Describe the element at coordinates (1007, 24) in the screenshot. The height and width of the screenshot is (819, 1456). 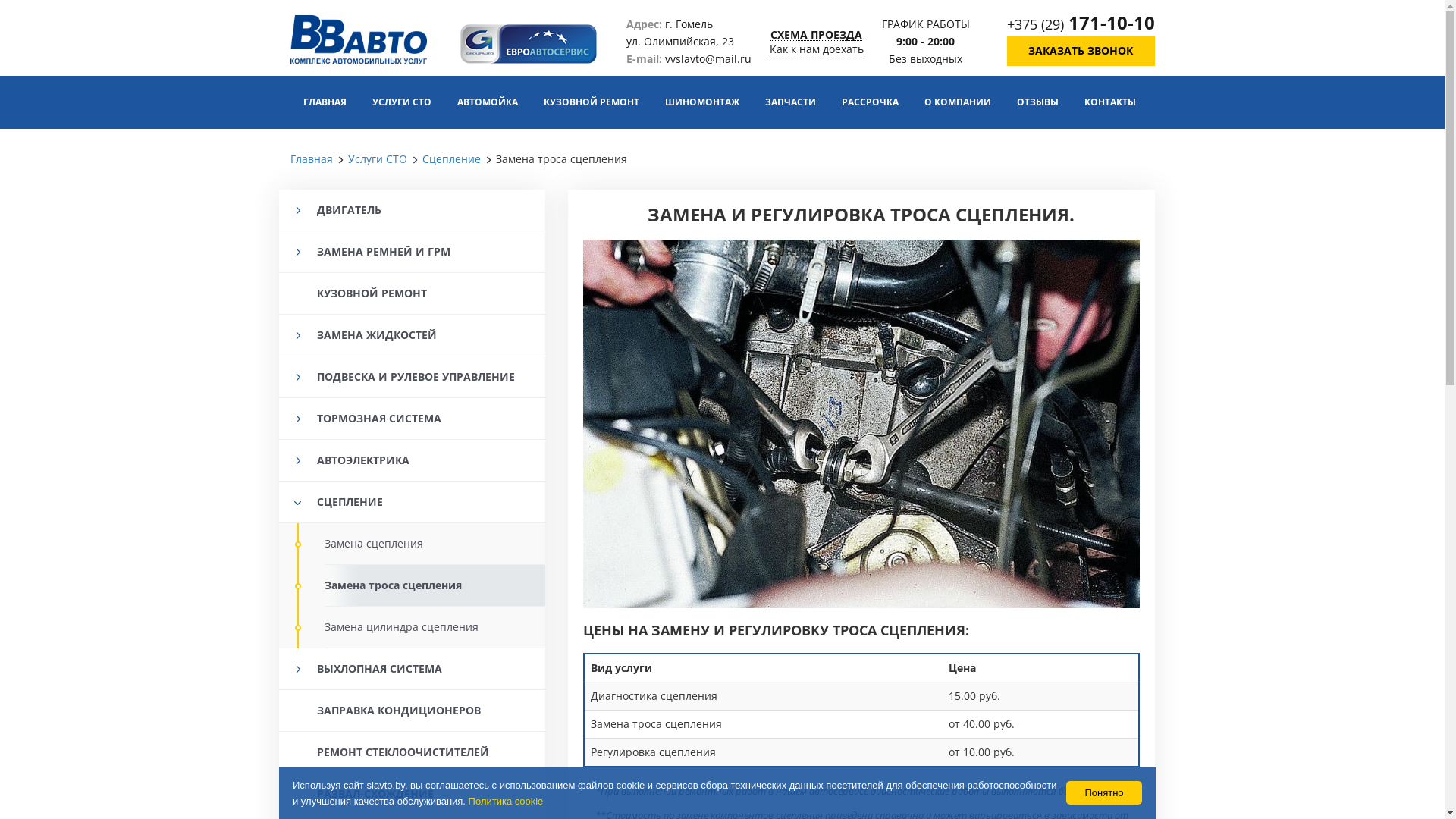
I see `'+375 (29) 171-10-10'` at that location.